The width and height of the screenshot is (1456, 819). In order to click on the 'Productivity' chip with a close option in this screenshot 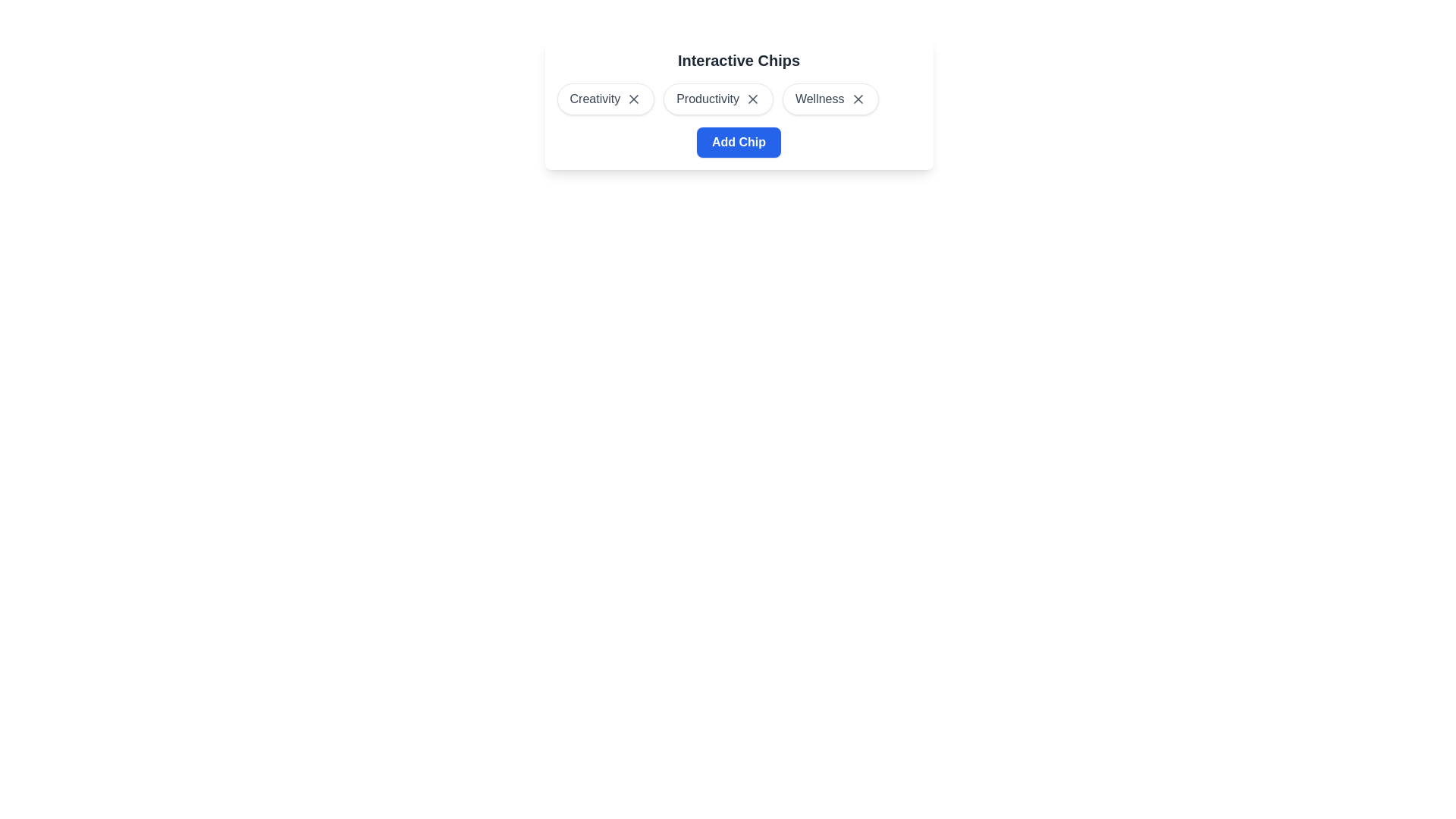, I will do `click(739, 103)`.